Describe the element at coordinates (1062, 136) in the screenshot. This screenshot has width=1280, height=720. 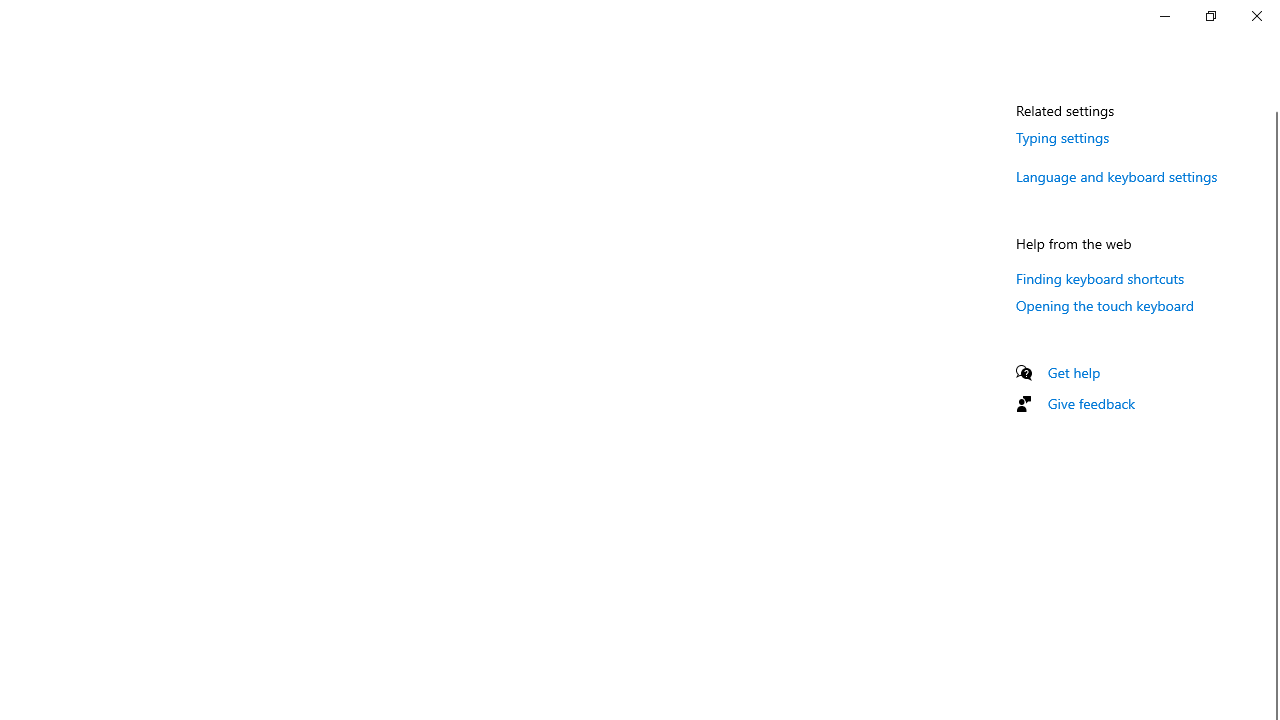
I see `'Typing settings'` at that location.